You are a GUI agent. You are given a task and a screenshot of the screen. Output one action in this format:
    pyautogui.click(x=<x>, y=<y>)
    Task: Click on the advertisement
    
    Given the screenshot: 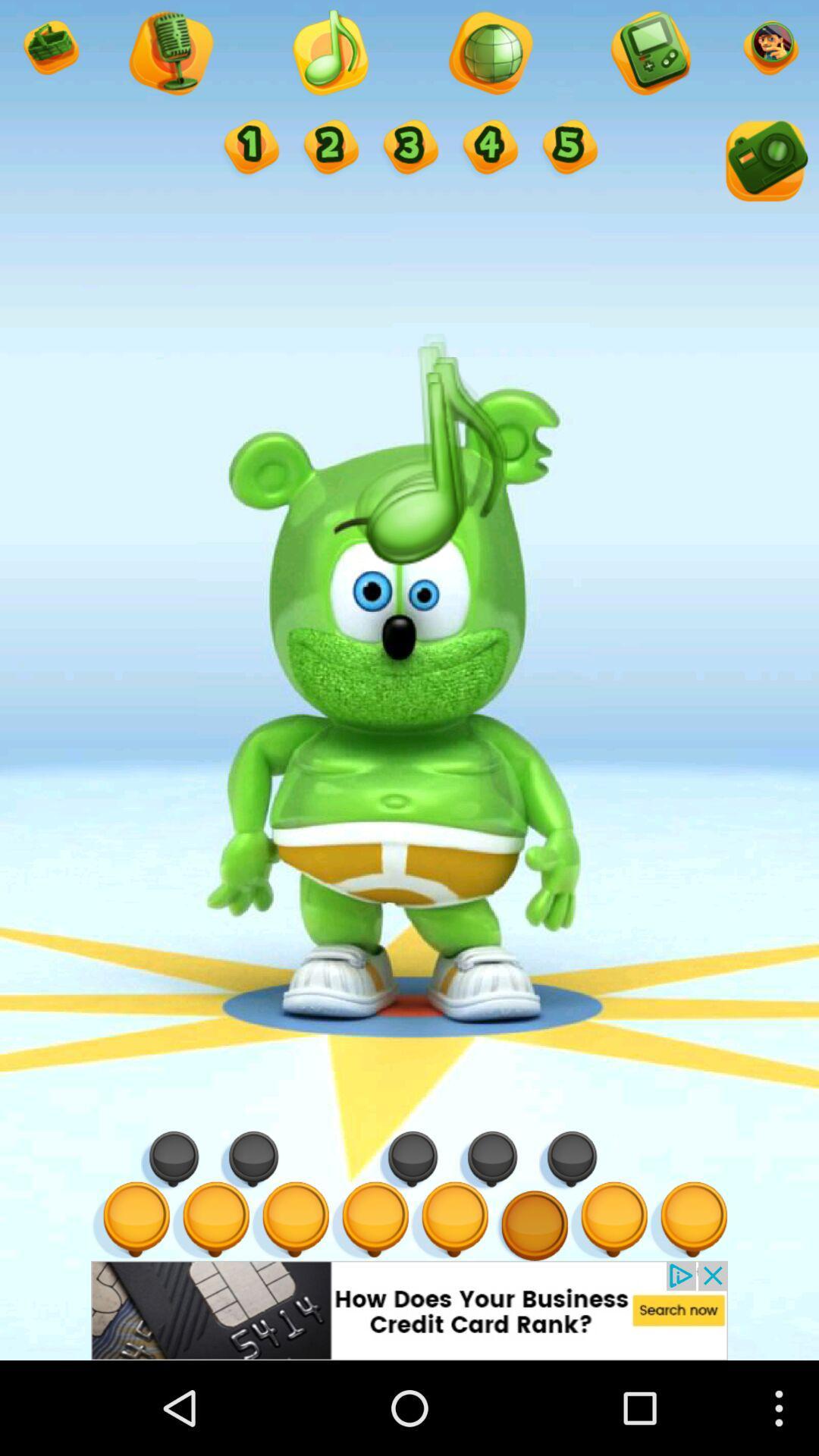 What is the action you would take?
    pyautogui.click(x=409, y=1310)
    